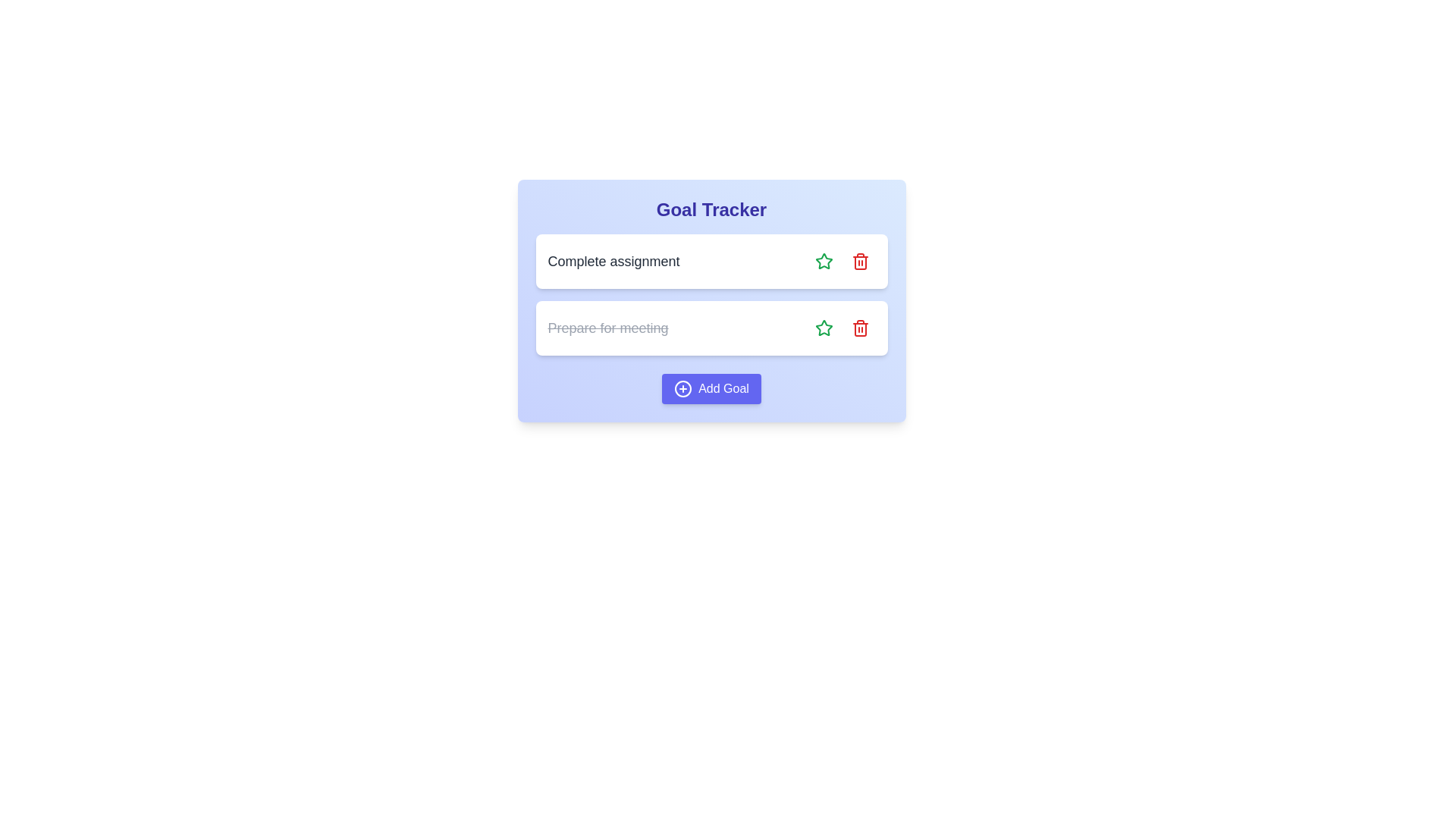 This screenshot has height=819, width=1456. What do you see at coordinates (723, 388) in the screenshot?
I see `label text that indicates the functionality of the button for adding new goals in the Goal Tracker interface, positioned to the right of the button's icon` at bounding box center [723, 388].